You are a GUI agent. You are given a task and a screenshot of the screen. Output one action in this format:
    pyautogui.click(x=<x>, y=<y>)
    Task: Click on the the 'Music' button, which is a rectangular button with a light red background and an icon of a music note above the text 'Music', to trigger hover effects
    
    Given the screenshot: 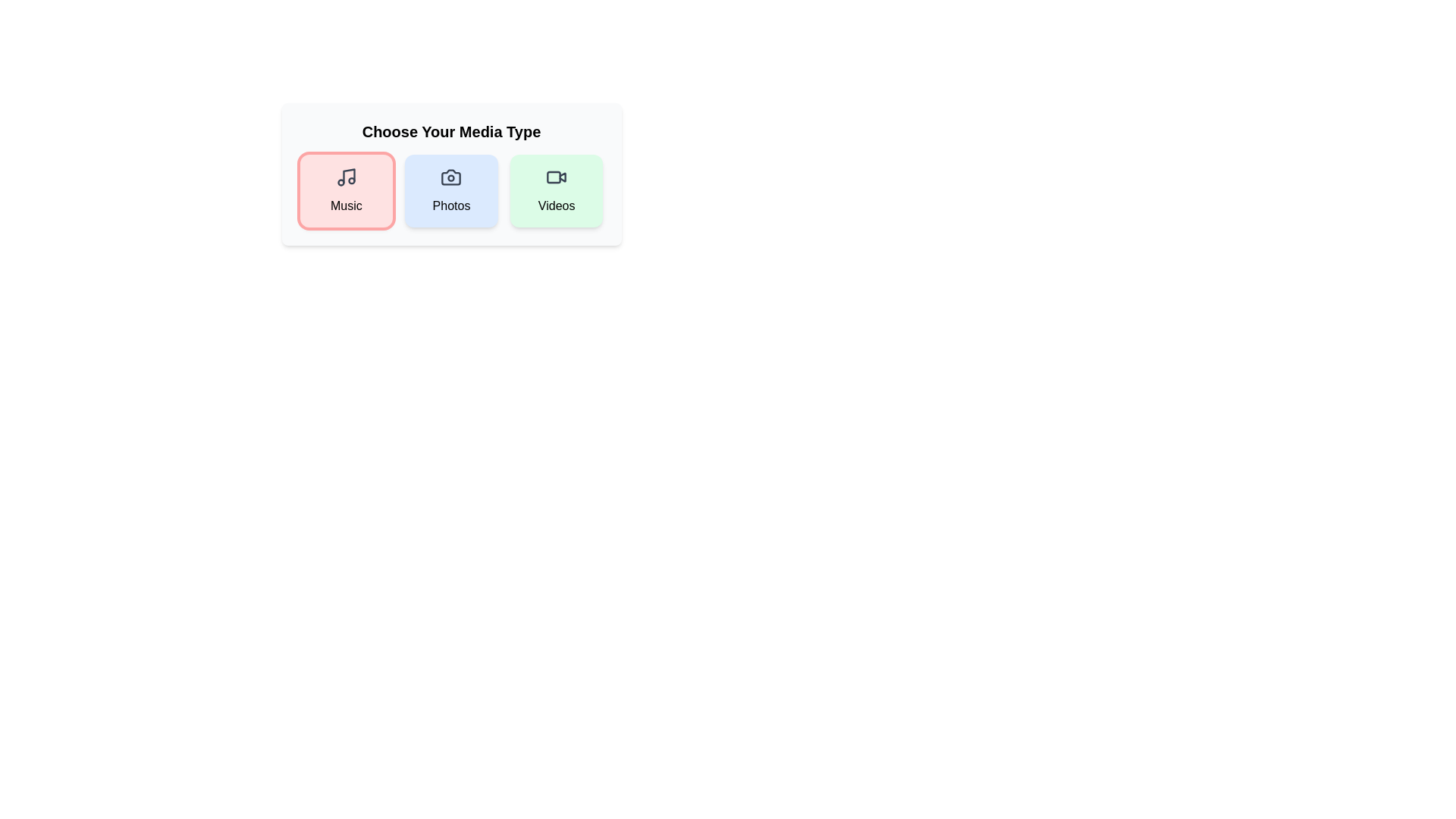 What is the action you would take?
    pyautogui.click(x=345, y=190)
    